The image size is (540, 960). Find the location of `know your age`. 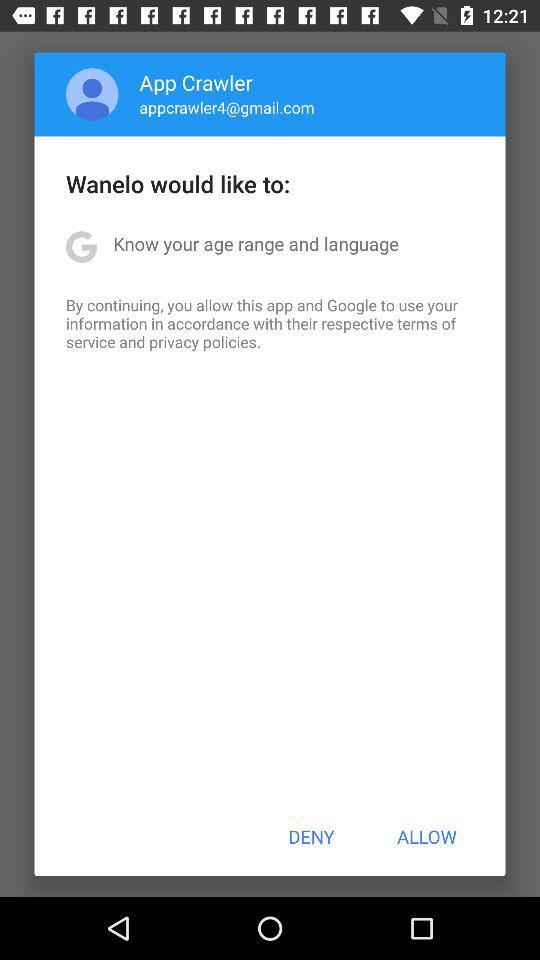

know your age is located at coordinates (256, 242).